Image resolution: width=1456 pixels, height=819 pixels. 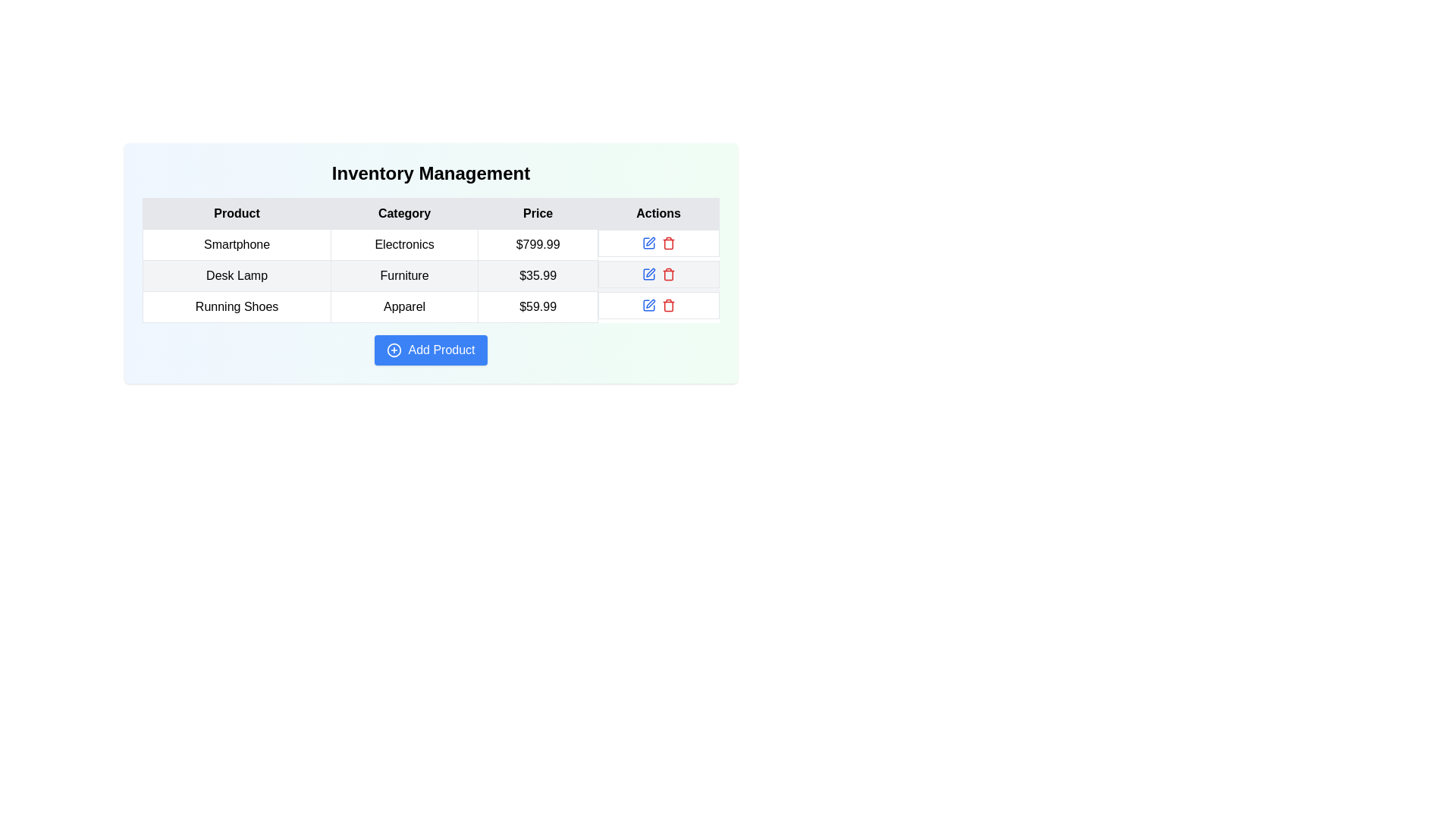 I want to click on the edit icon button located in the 'Actions' column of the second row in the table to initiate editing, so click(x=651, y=240).